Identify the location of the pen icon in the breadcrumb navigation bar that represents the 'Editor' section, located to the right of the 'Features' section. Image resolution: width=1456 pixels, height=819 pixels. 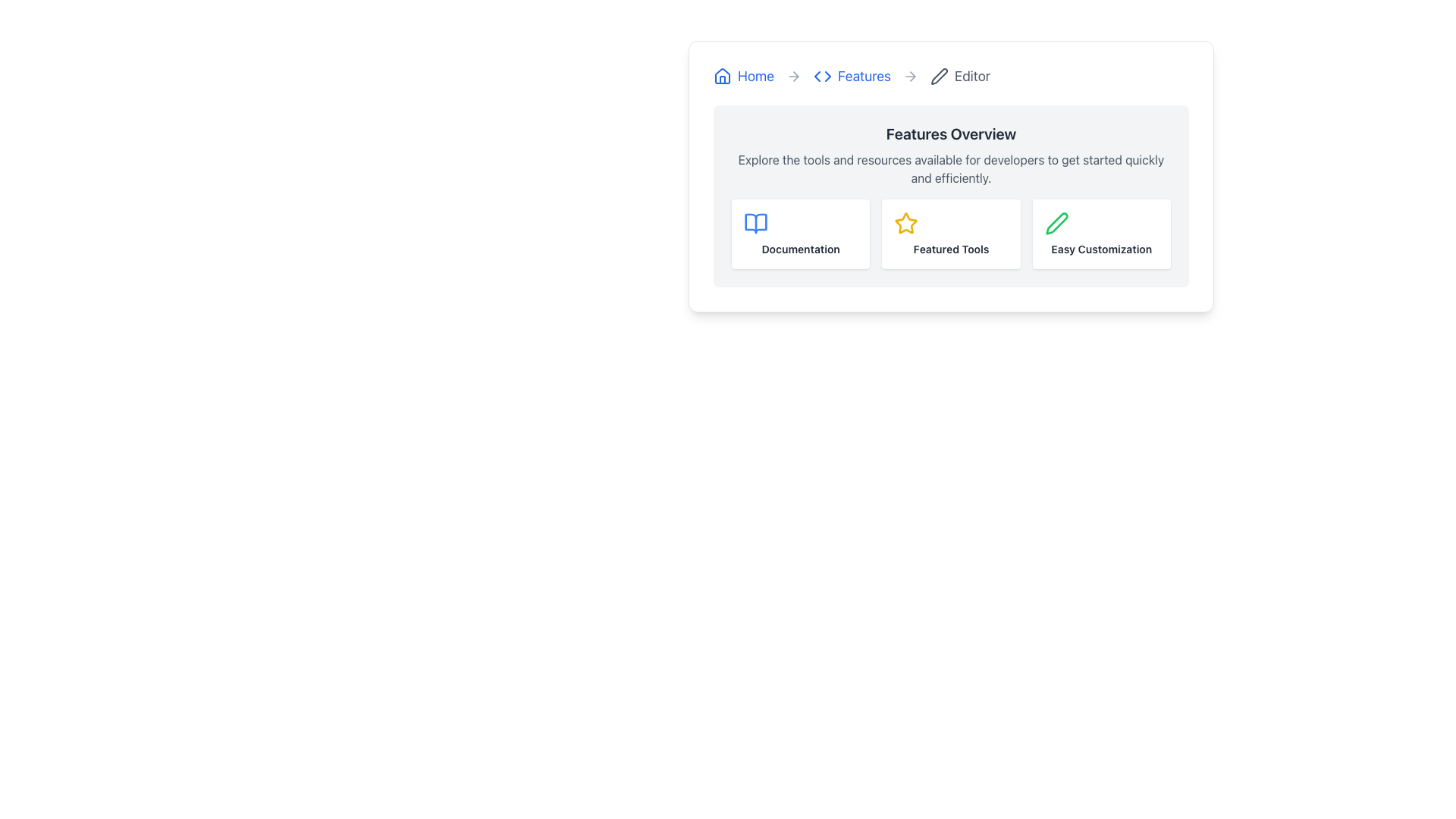
(938, 76).